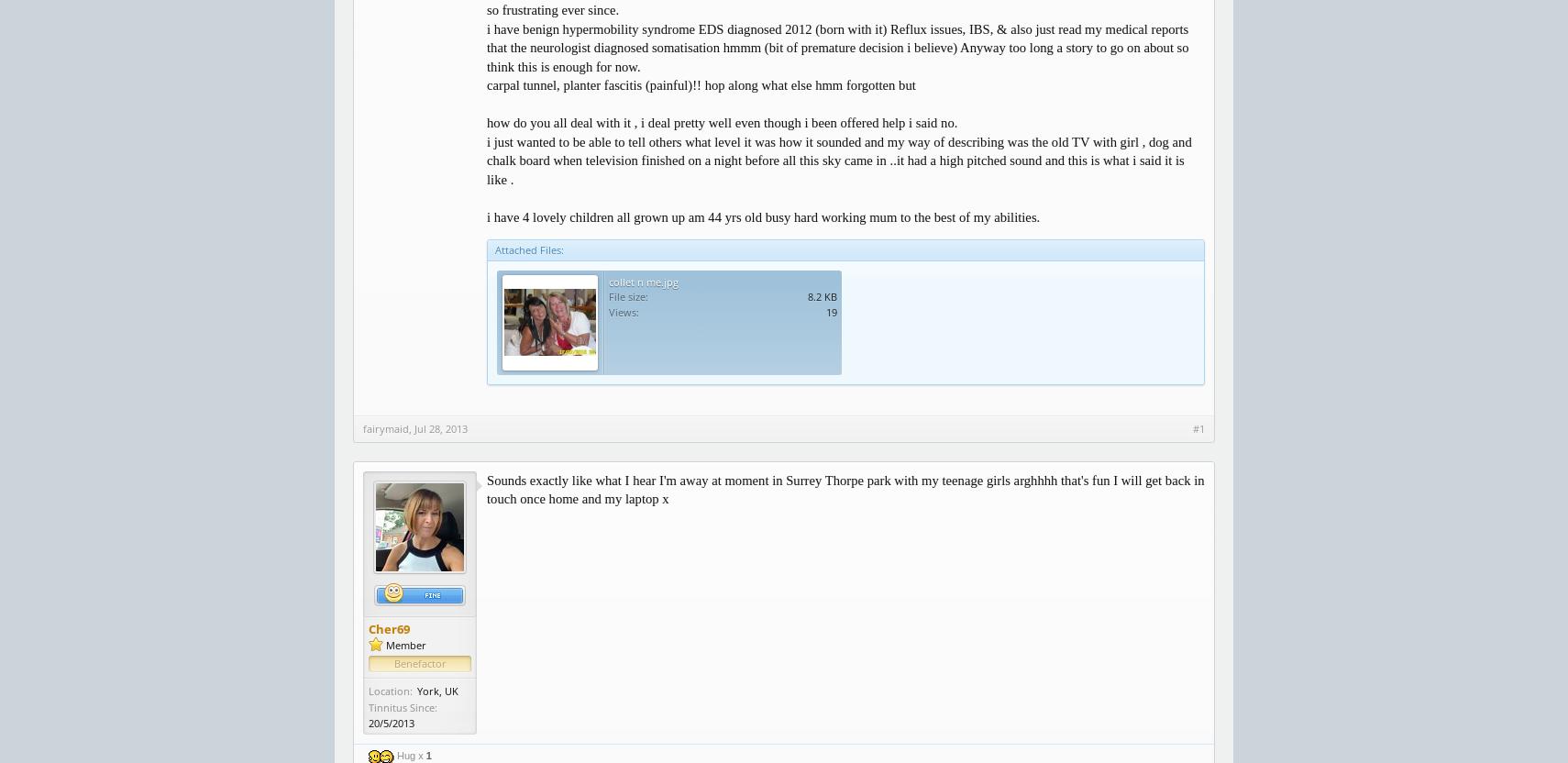  I want to click on 'fairymaid', so click(362, 427).